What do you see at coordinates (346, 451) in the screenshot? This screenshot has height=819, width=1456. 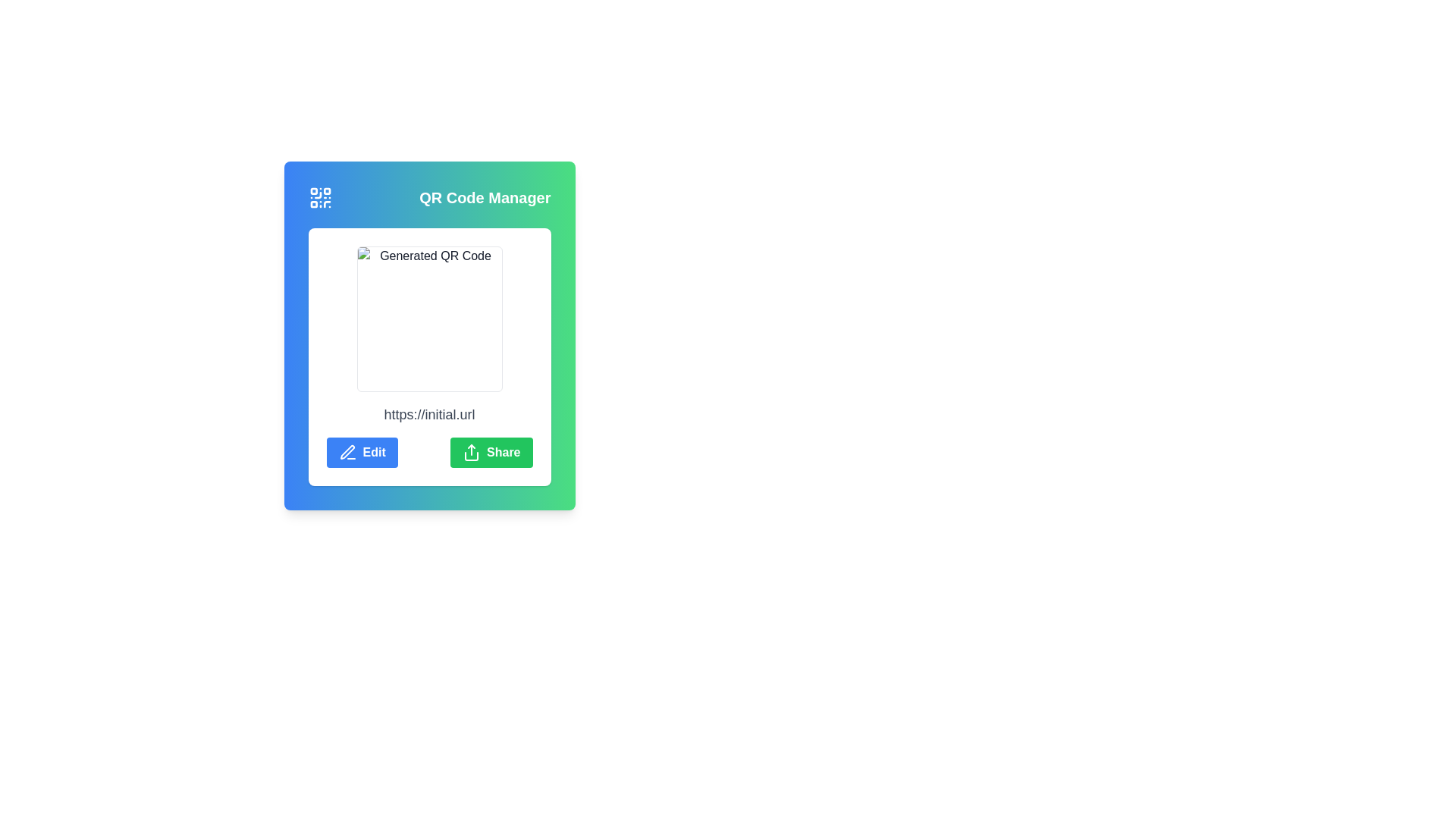 I see `the editing action icon located at the middle left of the interface, which is likely used for modifying a QR code or associated text` at bounding box center [346, 451].